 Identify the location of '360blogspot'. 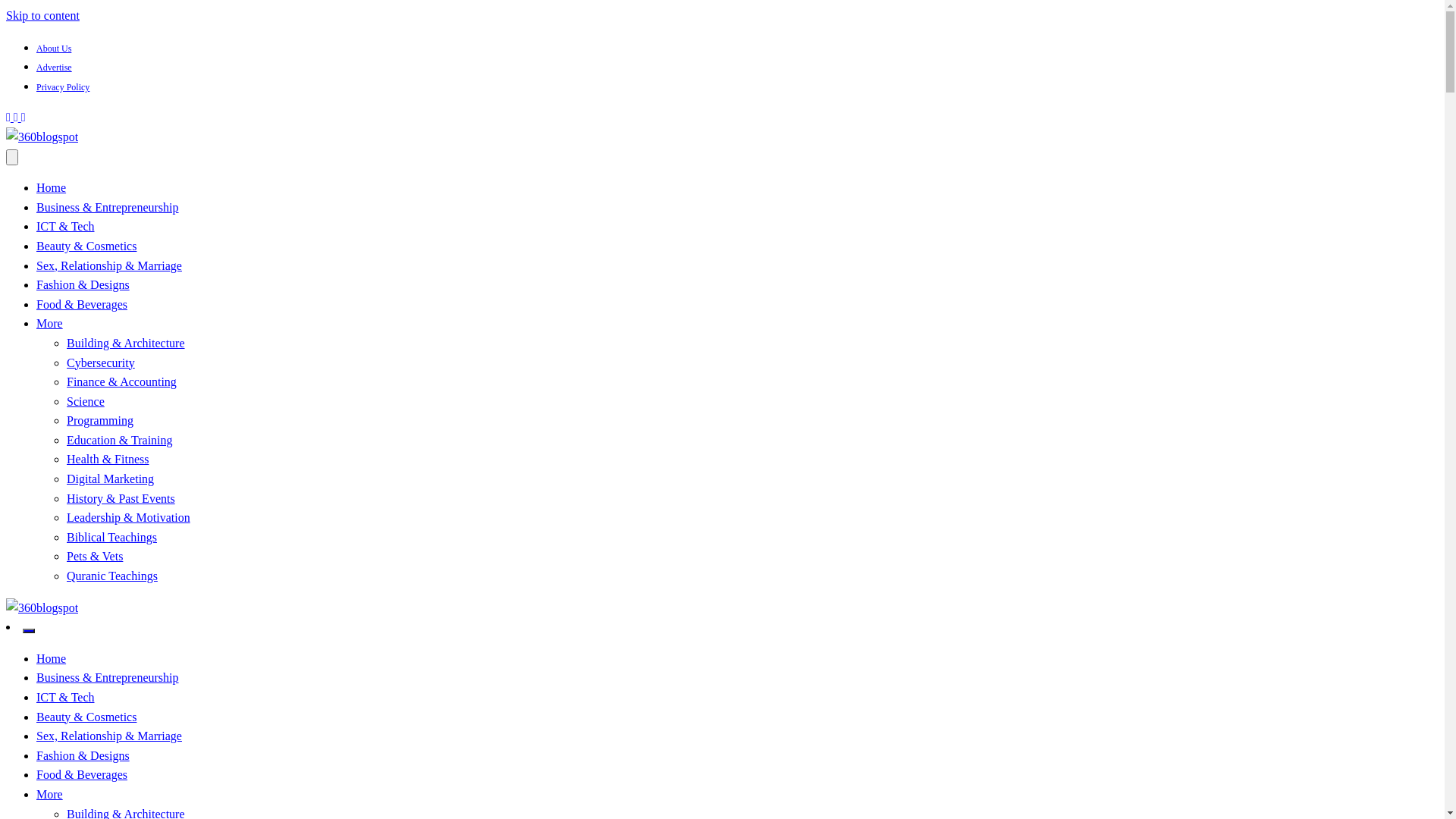
(67, 651).